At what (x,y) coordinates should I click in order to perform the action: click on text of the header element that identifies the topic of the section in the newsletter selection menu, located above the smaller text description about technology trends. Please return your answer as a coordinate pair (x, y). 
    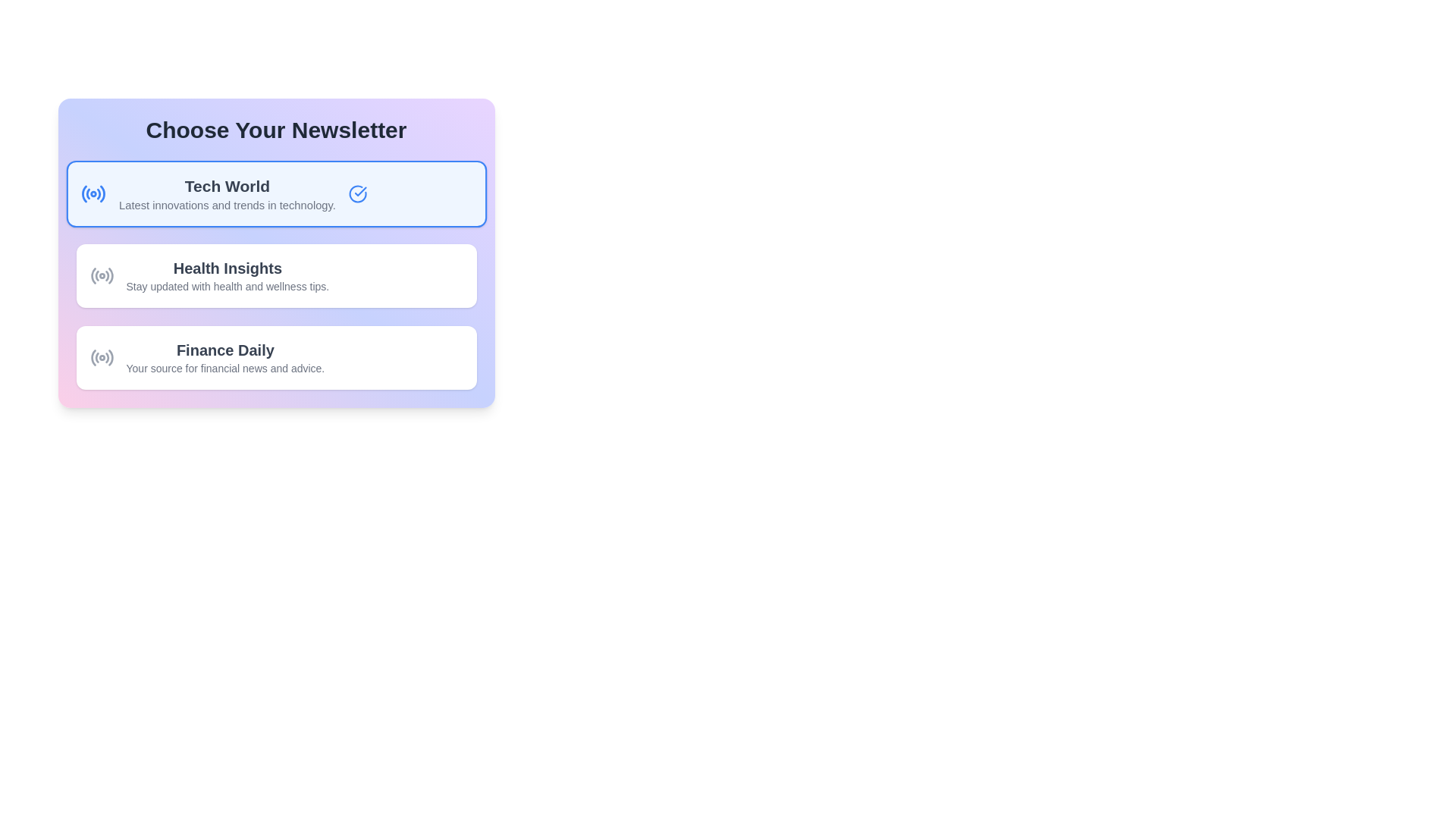
    Looking at the image, I should click on (226, 185).